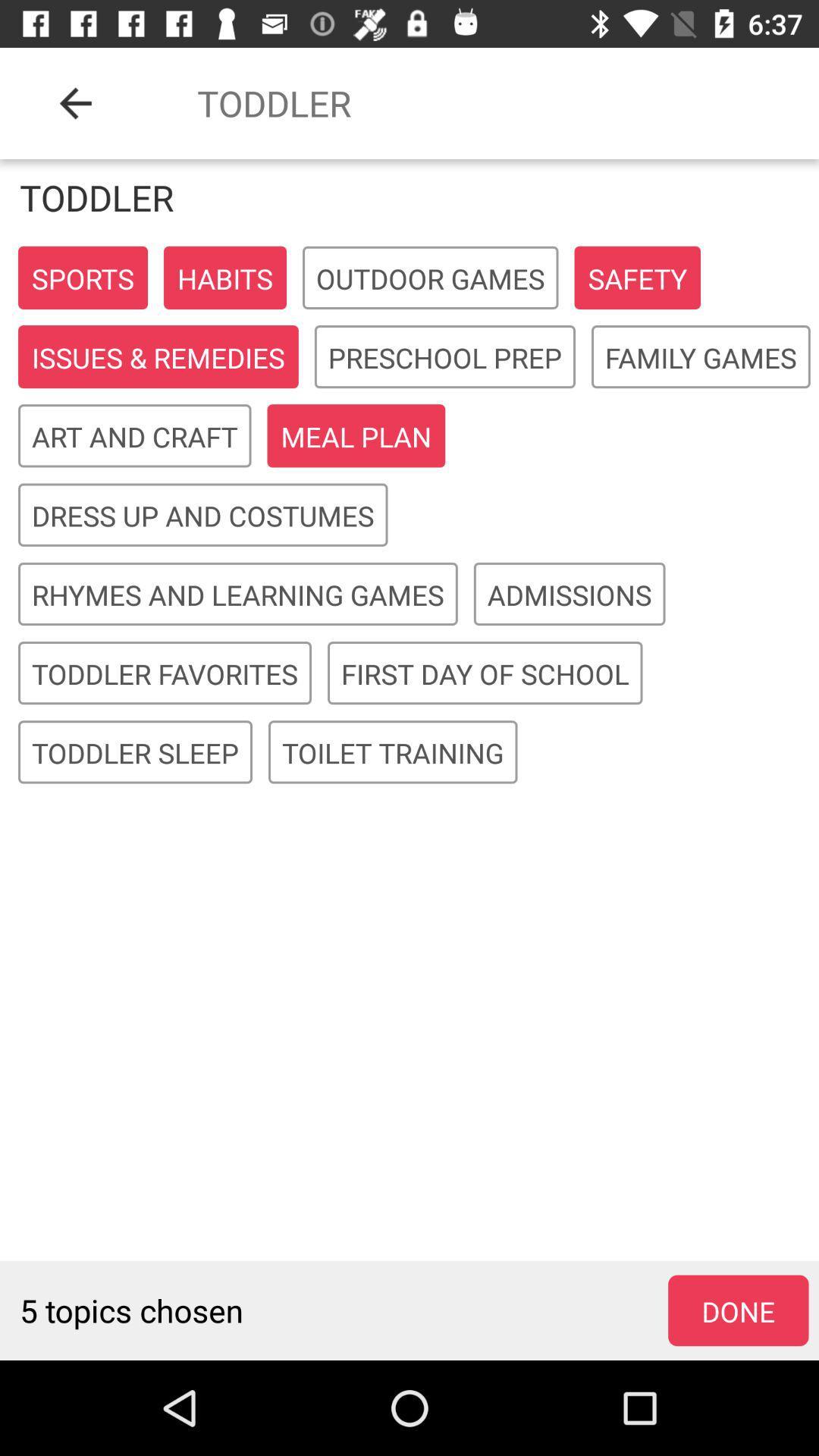 This screenshot has height=1456, width=819. Describe the element at coordinates (133, 436) in the screenshot. I see `icon above the dress up and icon` at that location.